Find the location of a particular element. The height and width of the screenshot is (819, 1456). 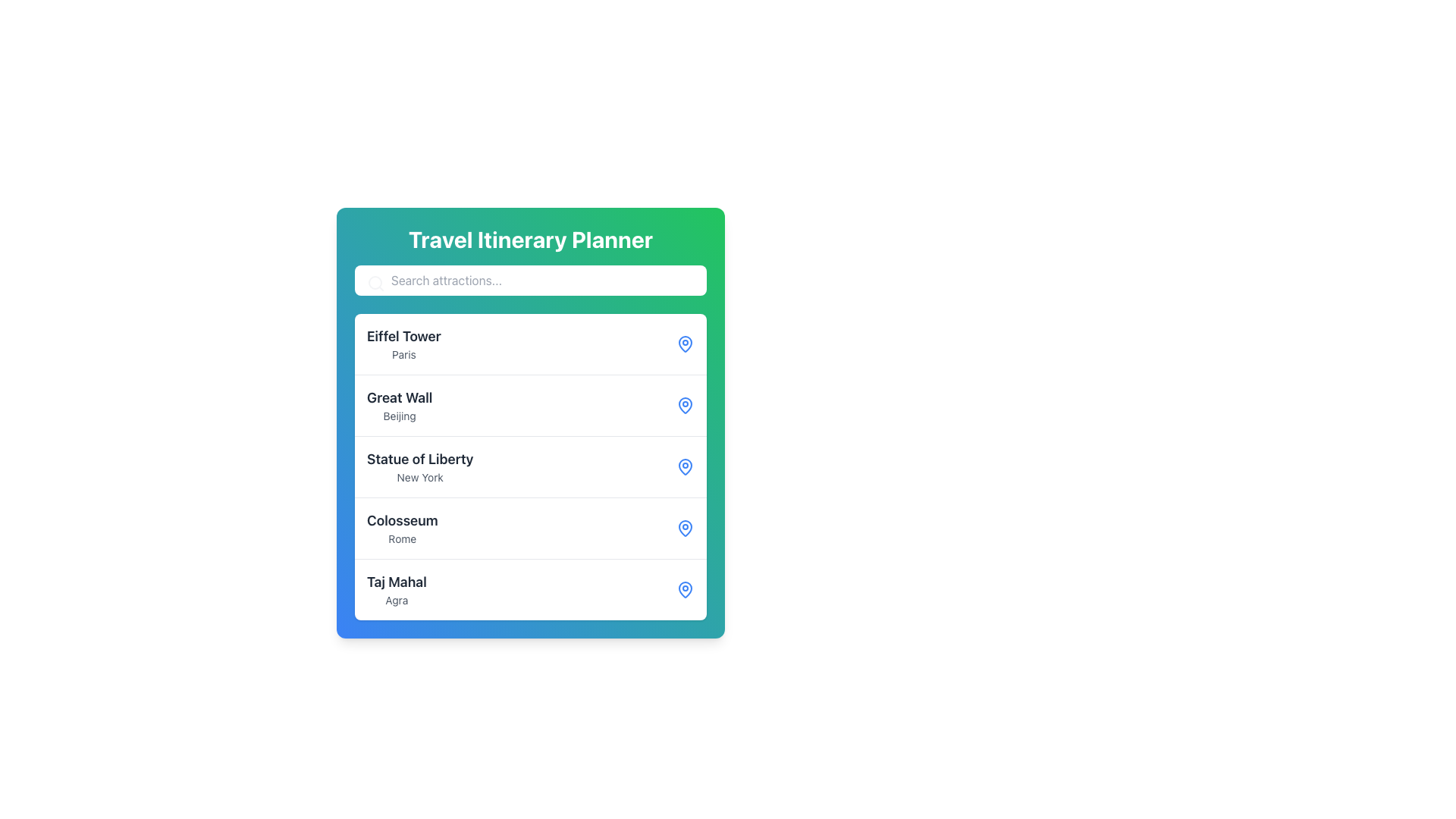

the text label displaying 'Taj Mahal' which is styled with 'text-lg font-semibold' and is located at the bottom of the list of attractions is located at coordinates (397, 581).